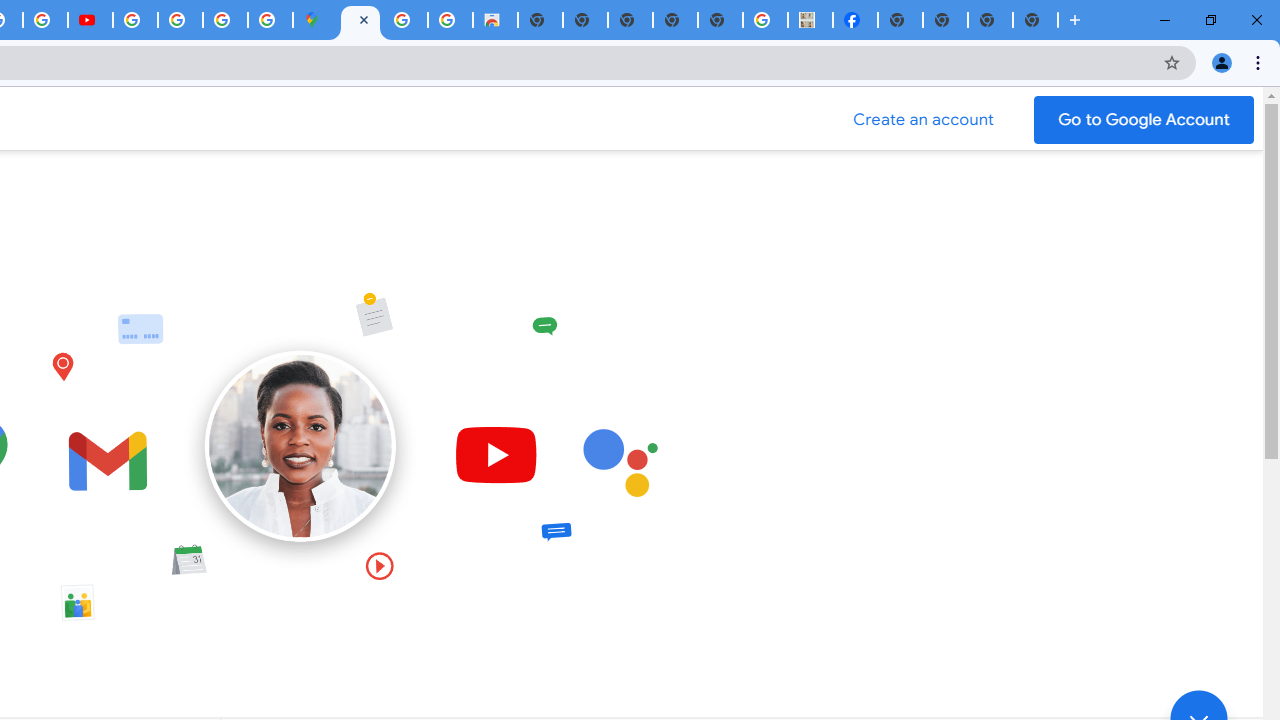  What do you see at coordinates (1144, 119) in the screenshot?
I see `'Go to your Google Account'` at bounding box center [1144, 119].